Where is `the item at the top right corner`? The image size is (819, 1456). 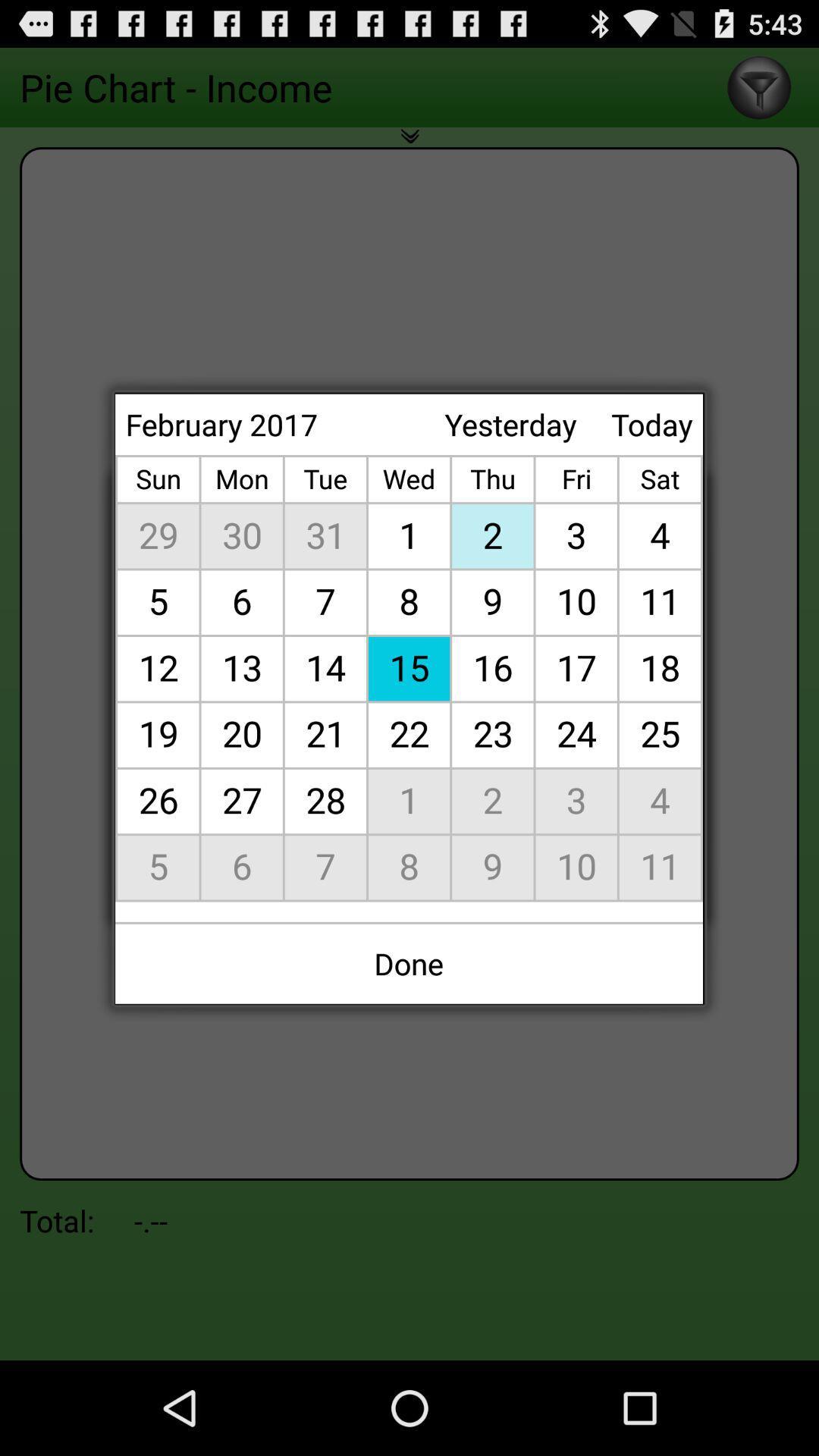
the item at the top right corner is located at coordinates (651, 424).